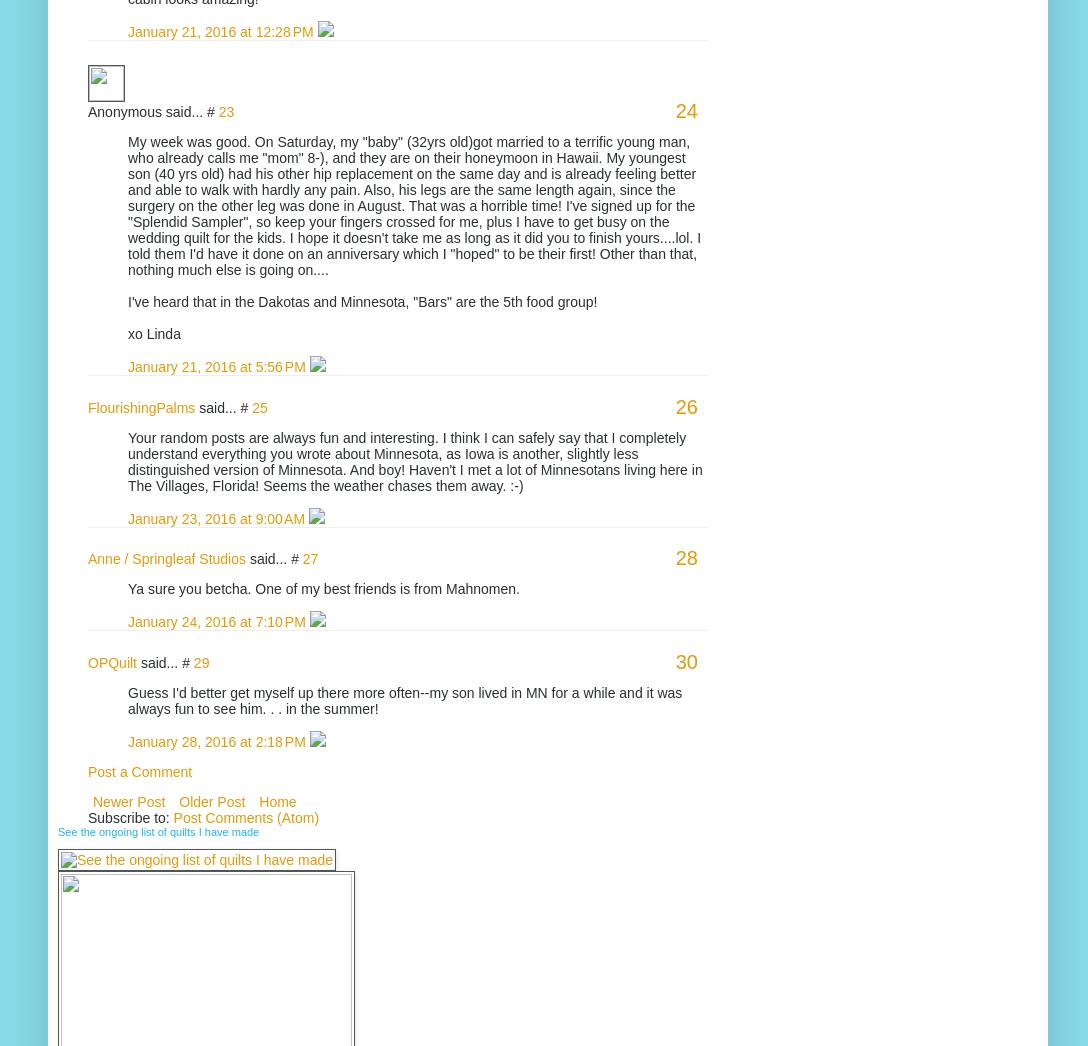 The image size is (1088, 1046). I want to click on 'January 21, 2016 at 5:56 PM', so click(217, 364).